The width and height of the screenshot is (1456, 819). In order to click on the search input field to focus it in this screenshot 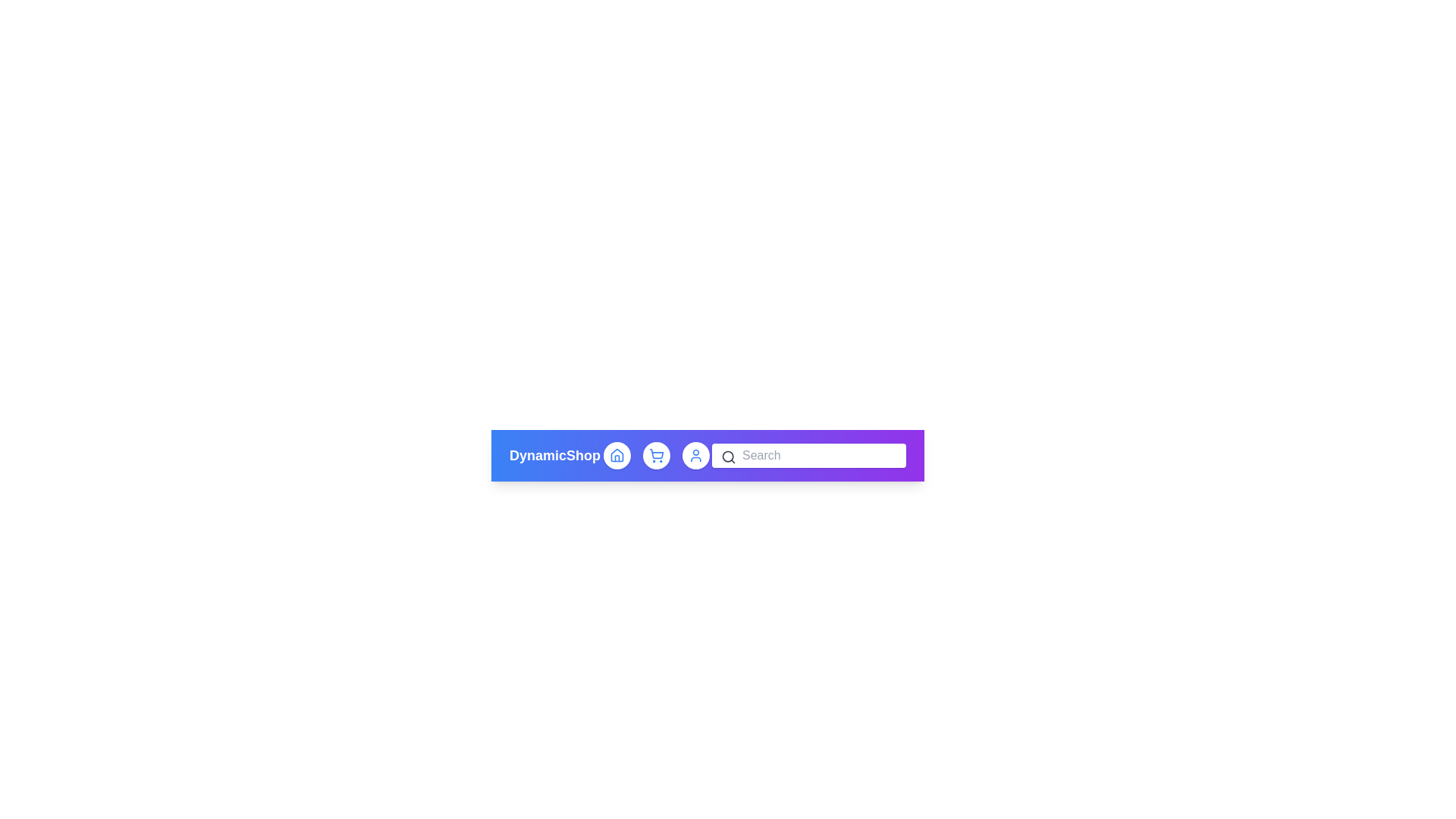, I will do `click(808, 455)`.